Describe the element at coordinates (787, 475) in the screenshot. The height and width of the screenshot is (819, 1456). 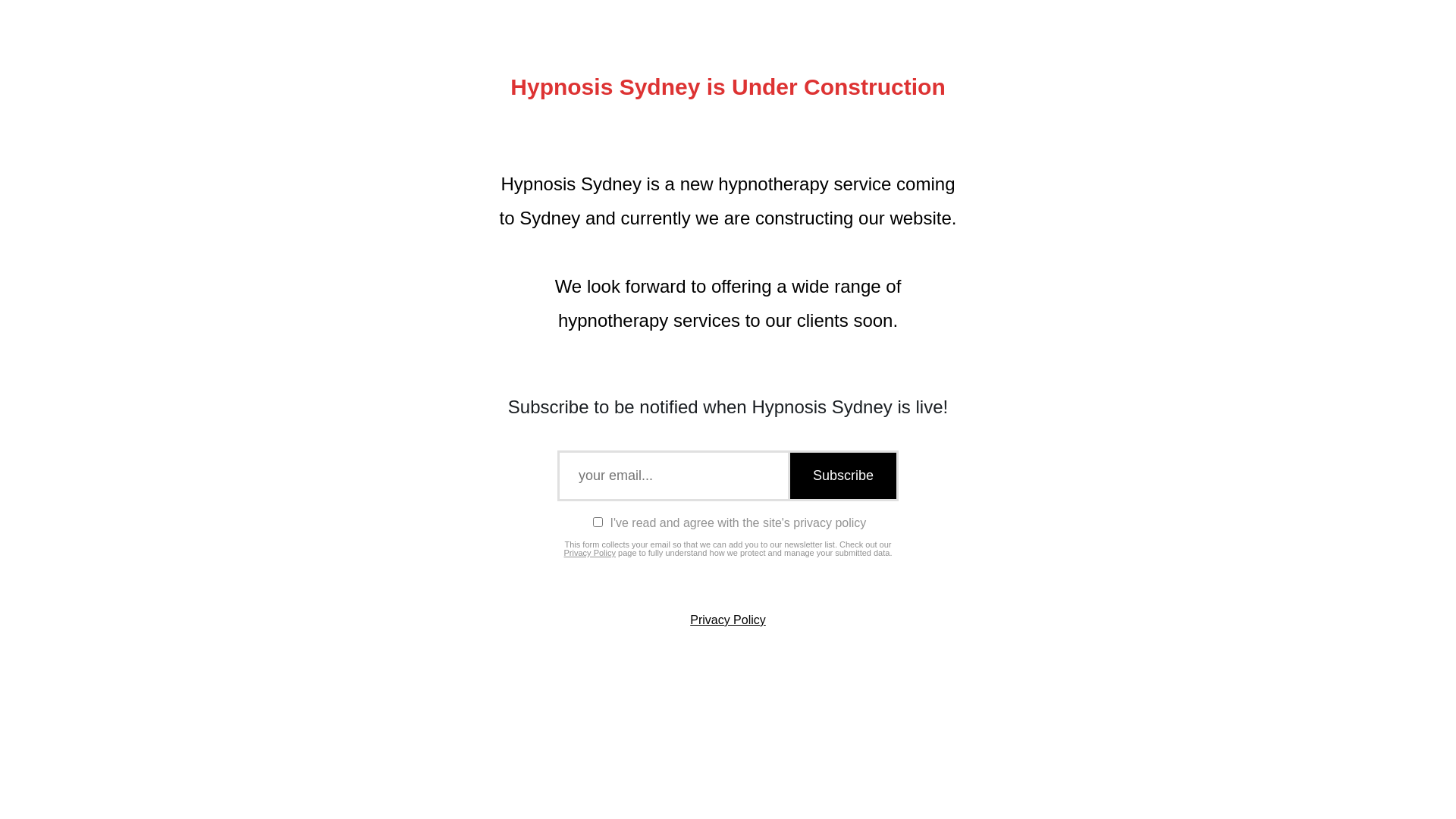
I see `'Subscribe'` at that location.